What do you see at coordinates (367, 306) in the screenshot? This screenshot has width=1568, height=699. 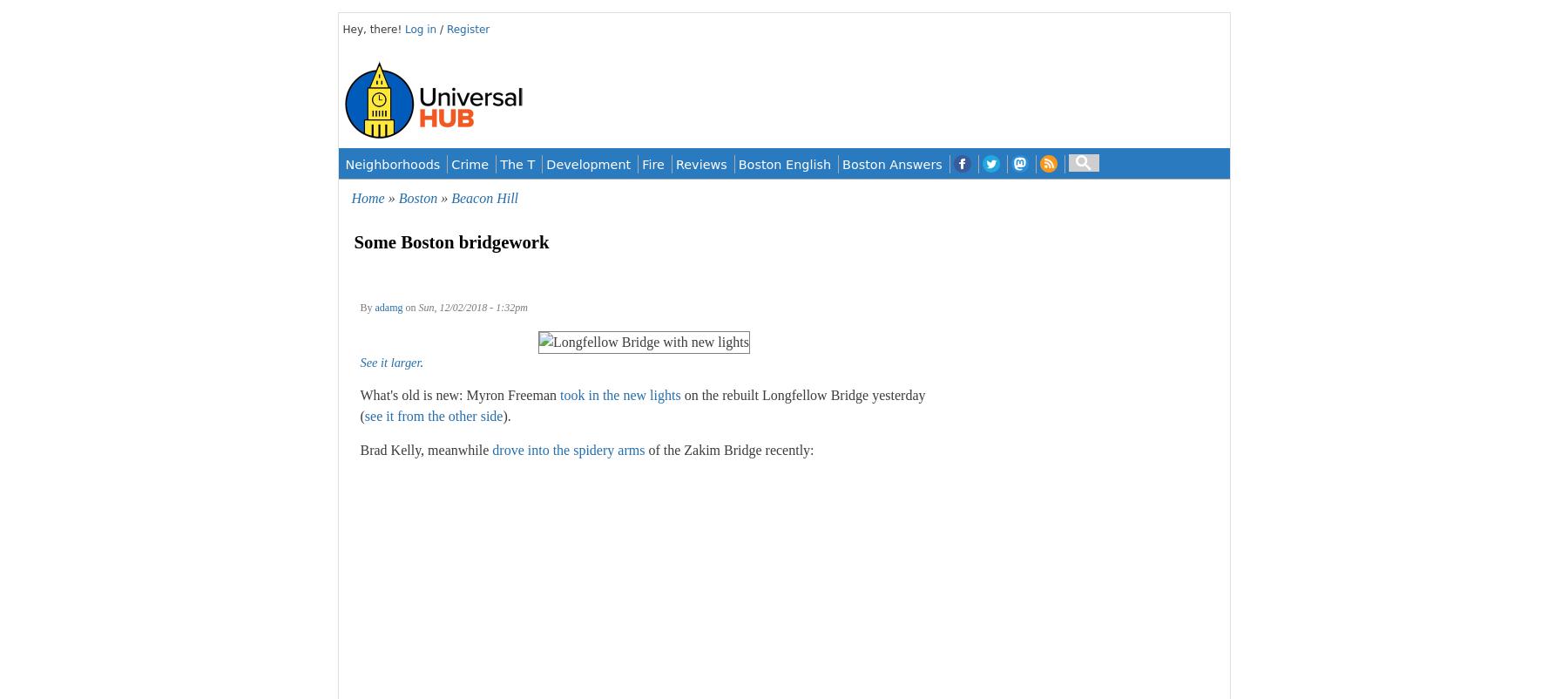 I see `'By'` at bounding box center [367, 306].